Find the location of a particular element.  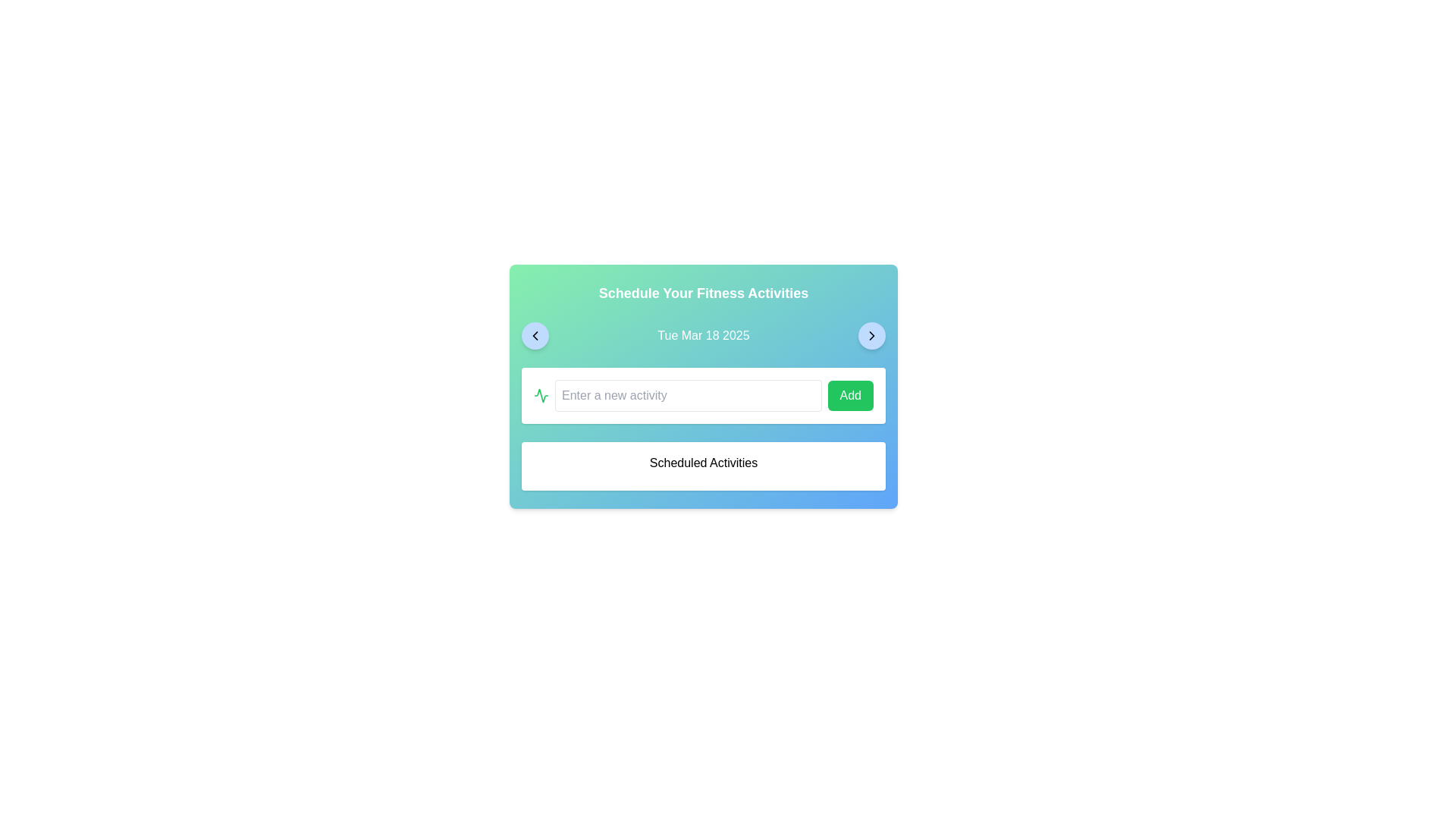

the circular button with a light blue background and a right-pointing chevron icon is located at coordinates (872, 335).